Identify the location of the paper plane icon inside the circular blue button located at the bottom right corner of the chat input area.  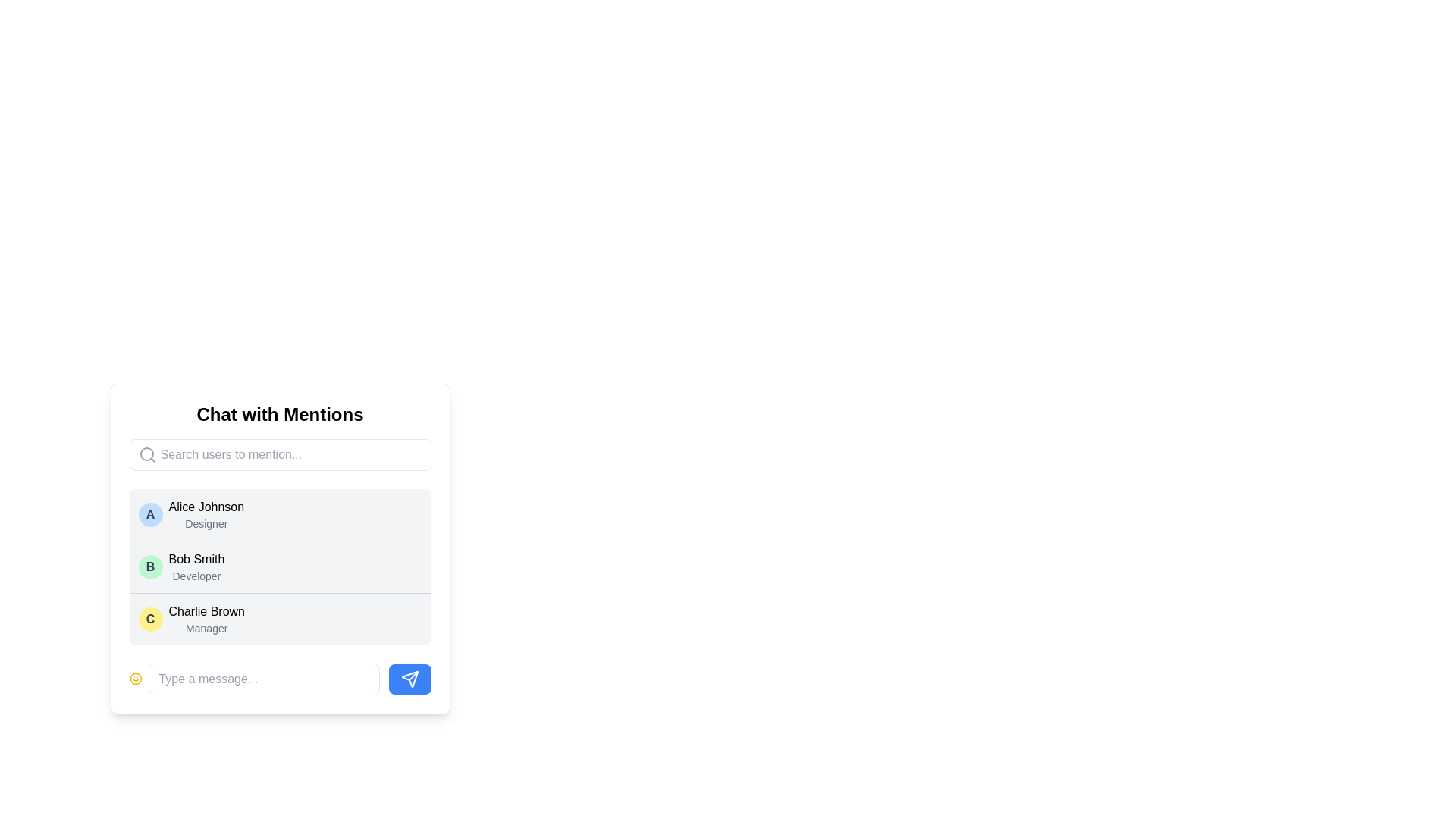
(409, 678).